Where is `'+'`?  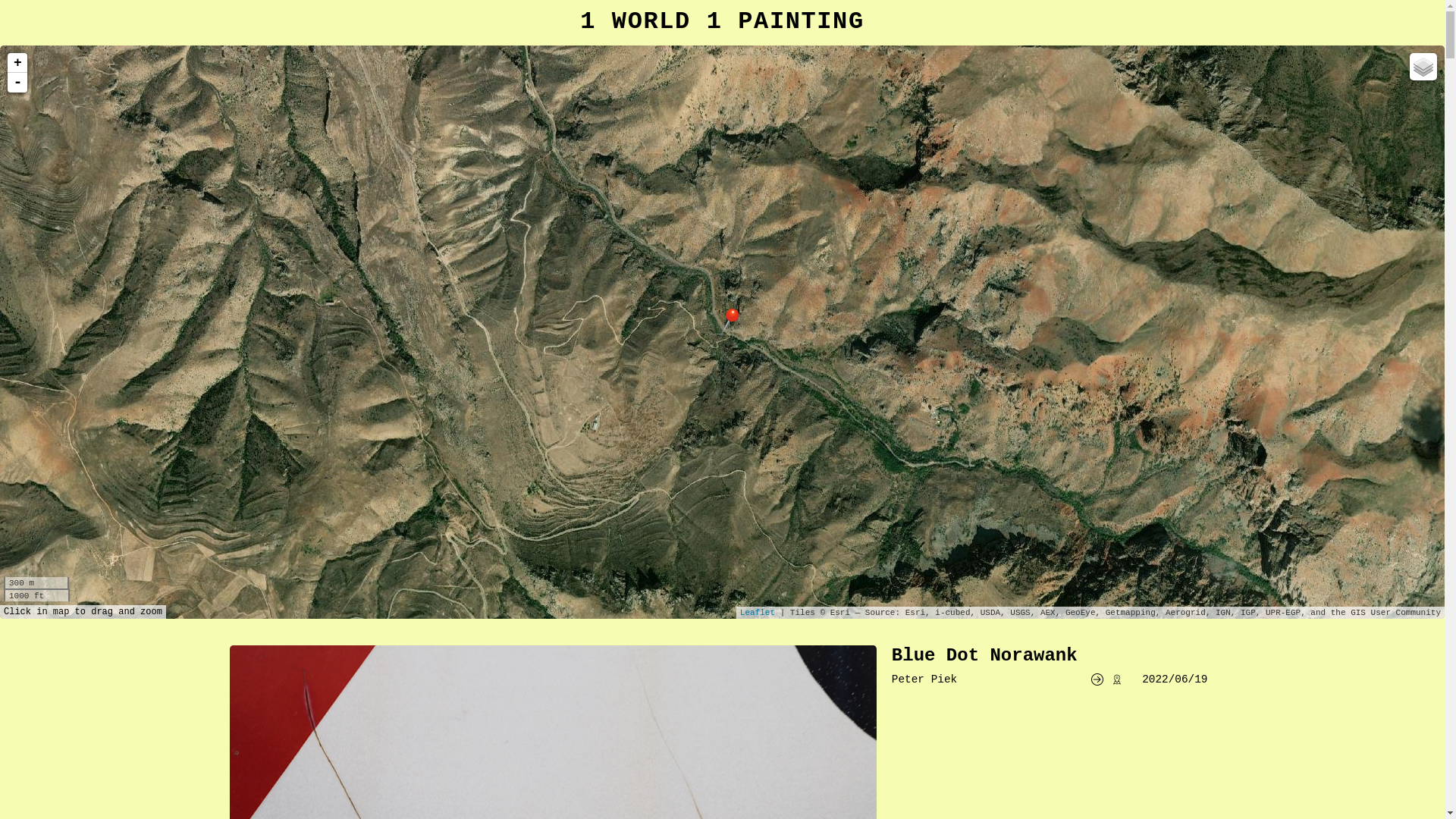
'+' is located at coordinates (17, 62).